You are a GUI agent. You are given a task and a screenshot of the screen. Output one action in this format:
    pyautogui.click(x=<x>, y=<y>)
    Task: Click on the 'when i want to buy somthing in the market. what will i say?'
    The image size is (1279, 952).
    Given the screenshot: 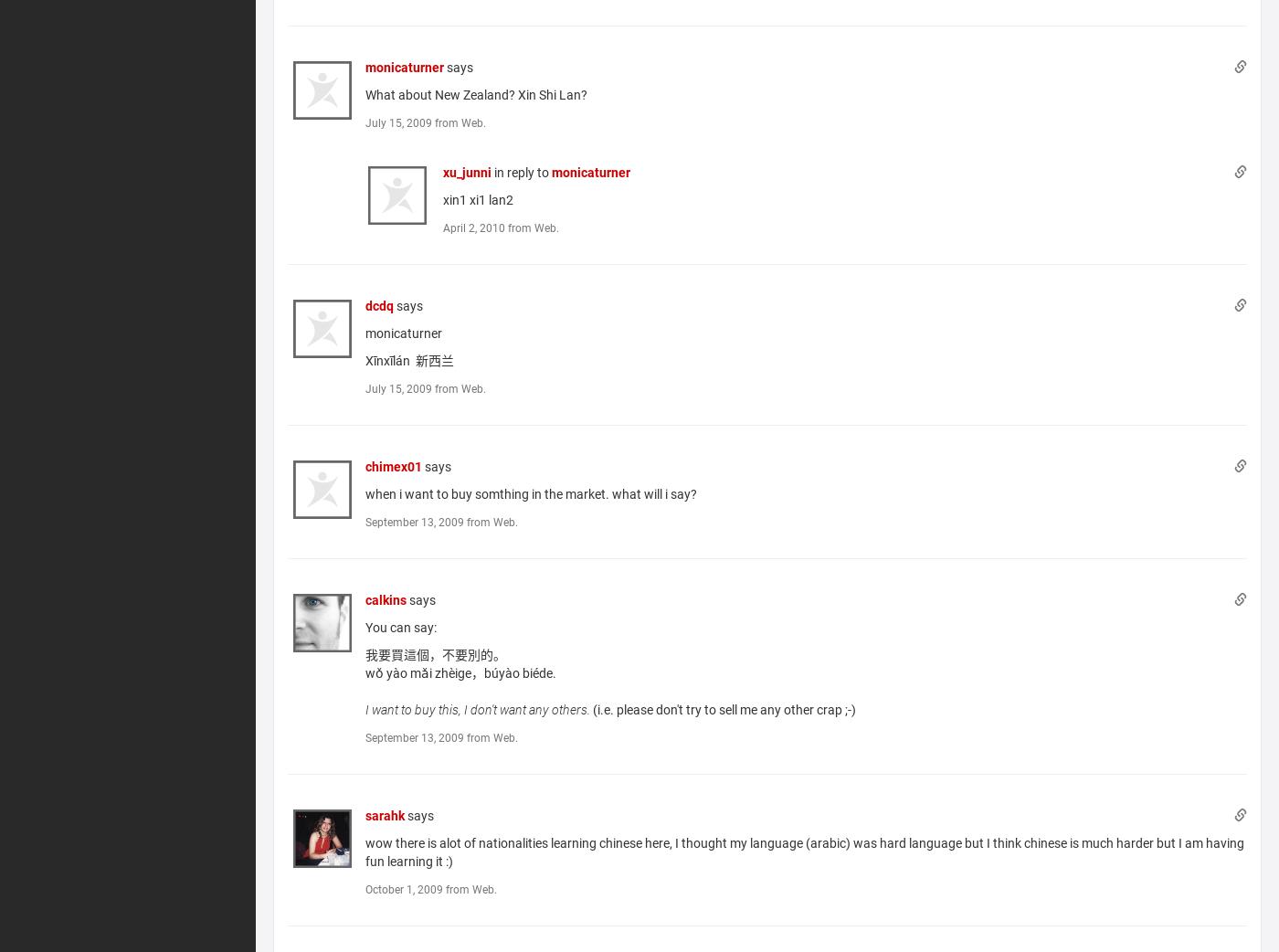 What is the action you would take?
    pyautogui.click(x=531, y=492)
    